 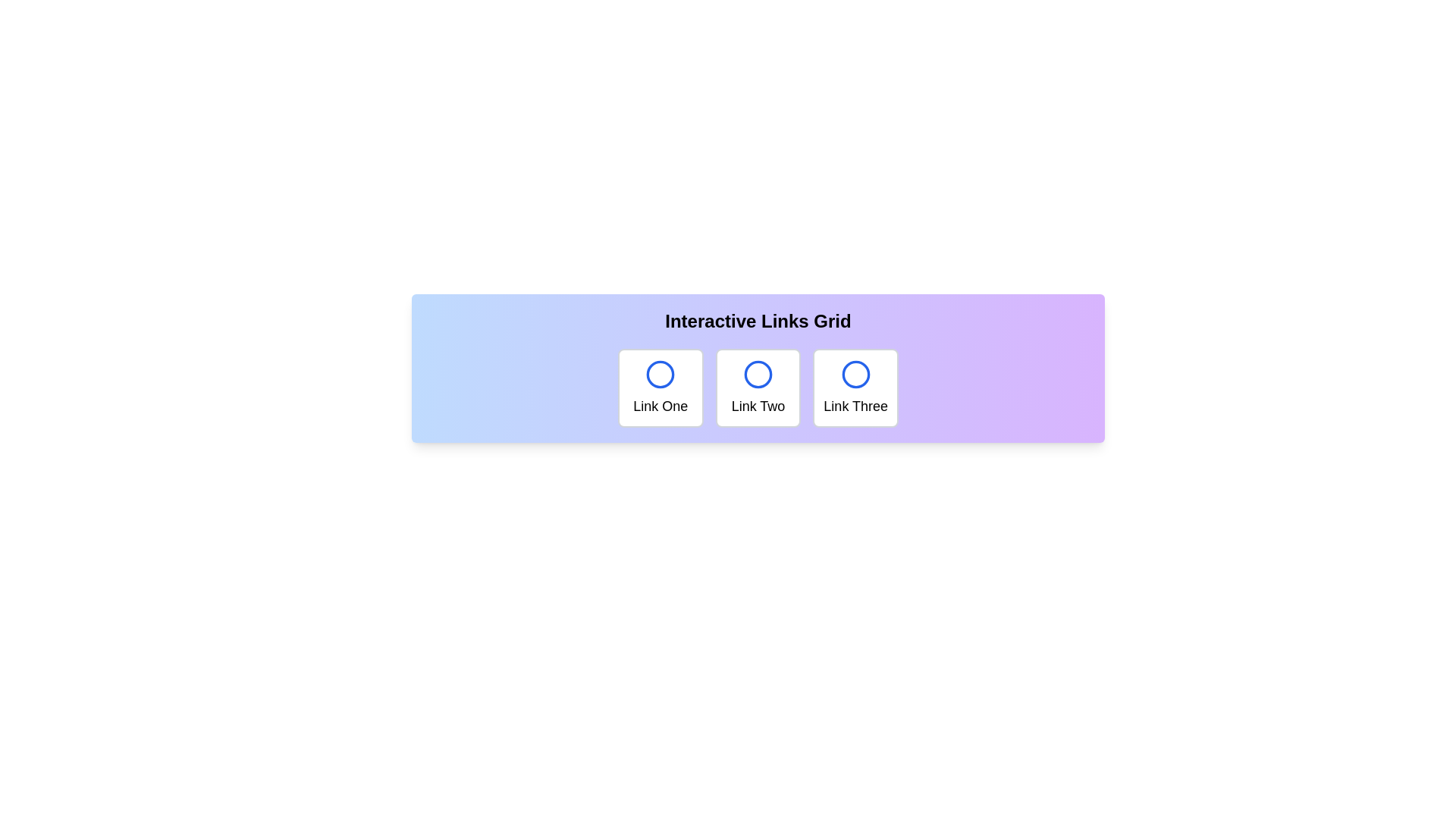 I want to click on the first button labeled 'Link One' which features a blue circular icon above the text, located on the left side of the row, so click(x=661, y=388).